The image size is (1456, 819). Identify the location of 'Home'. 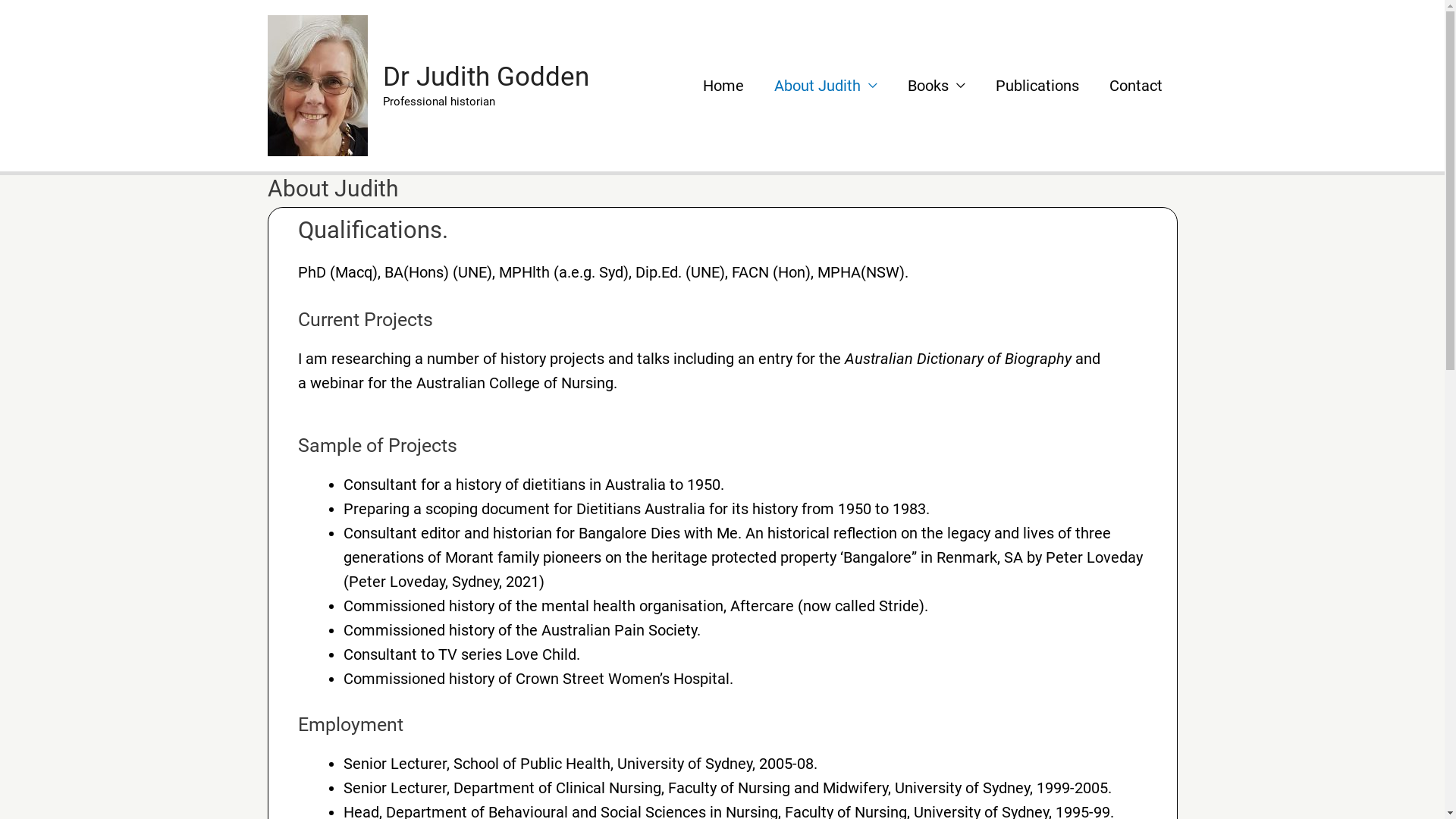
(686, 85).